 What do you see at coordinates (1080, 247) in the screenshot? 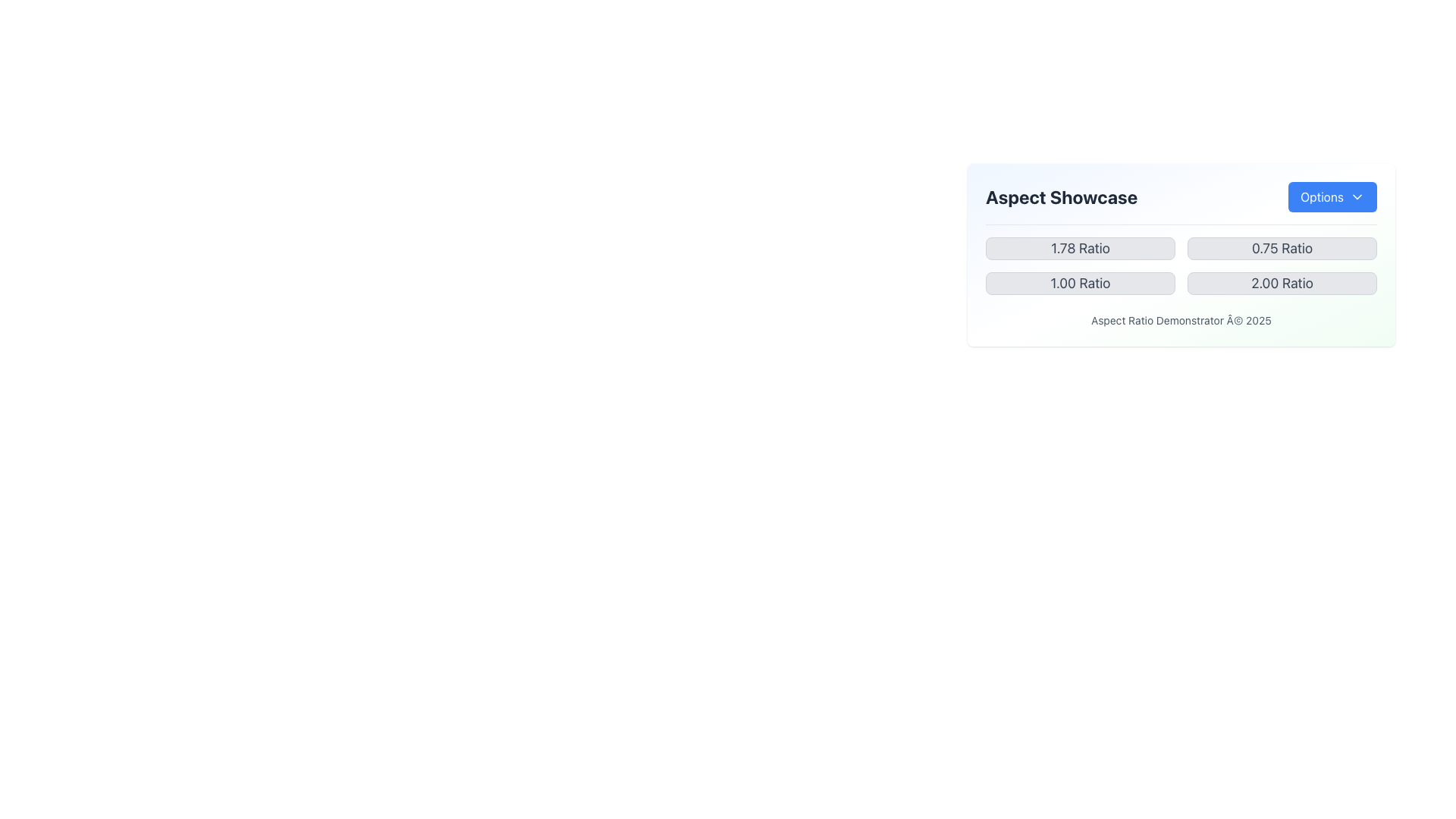
I see `the non-interactive label indicating the '1.78 Ratio' located in the top-left quadrant of a 2x2 grid of buttons` at bounding box center [1080, 247].